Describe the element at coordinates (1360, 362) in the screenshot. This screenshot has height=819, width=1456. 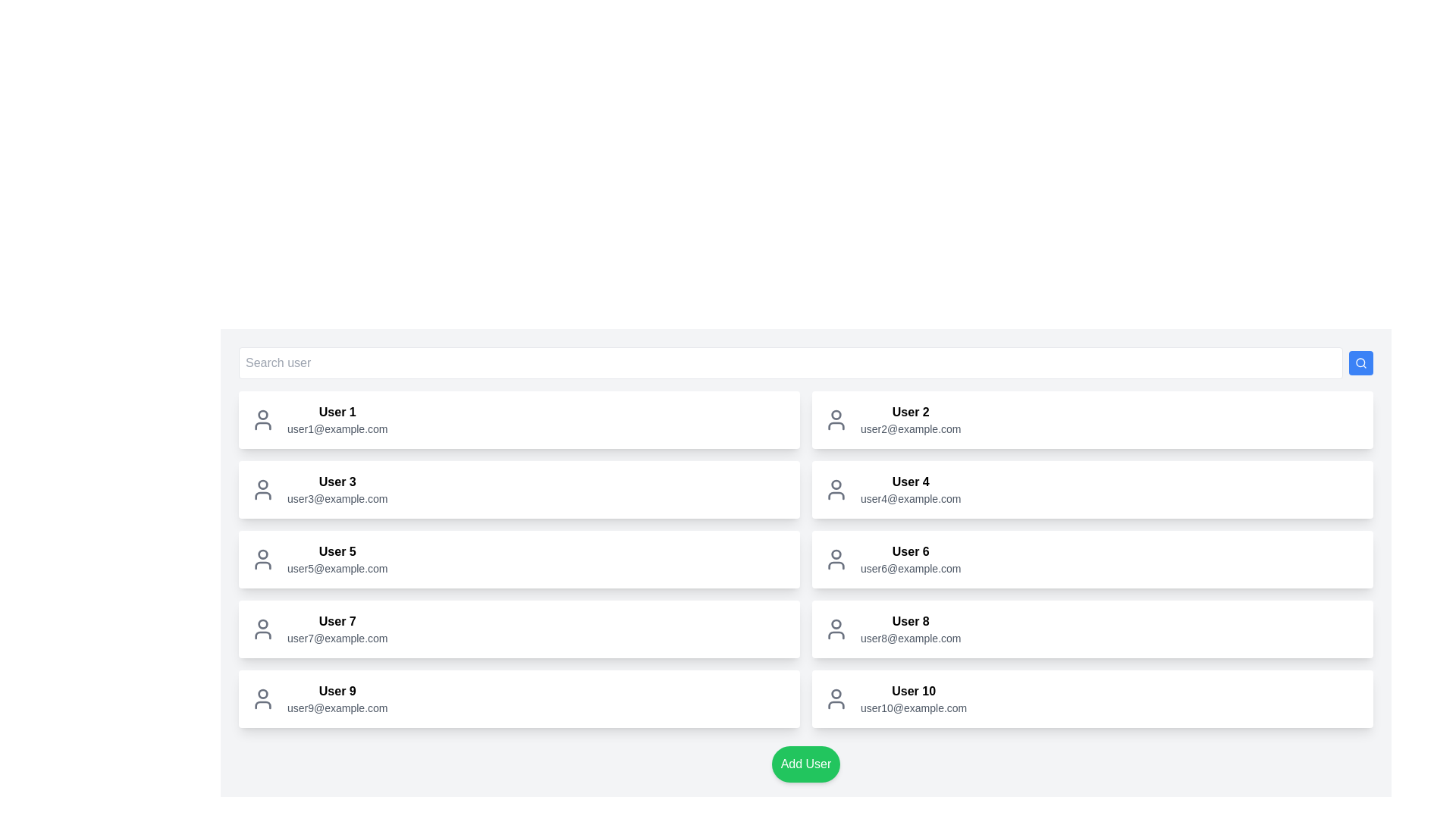
I see `the lens part of the magnifying glass icon located at the top-right corner of the search field, which symbolizes search functionality` at that location.